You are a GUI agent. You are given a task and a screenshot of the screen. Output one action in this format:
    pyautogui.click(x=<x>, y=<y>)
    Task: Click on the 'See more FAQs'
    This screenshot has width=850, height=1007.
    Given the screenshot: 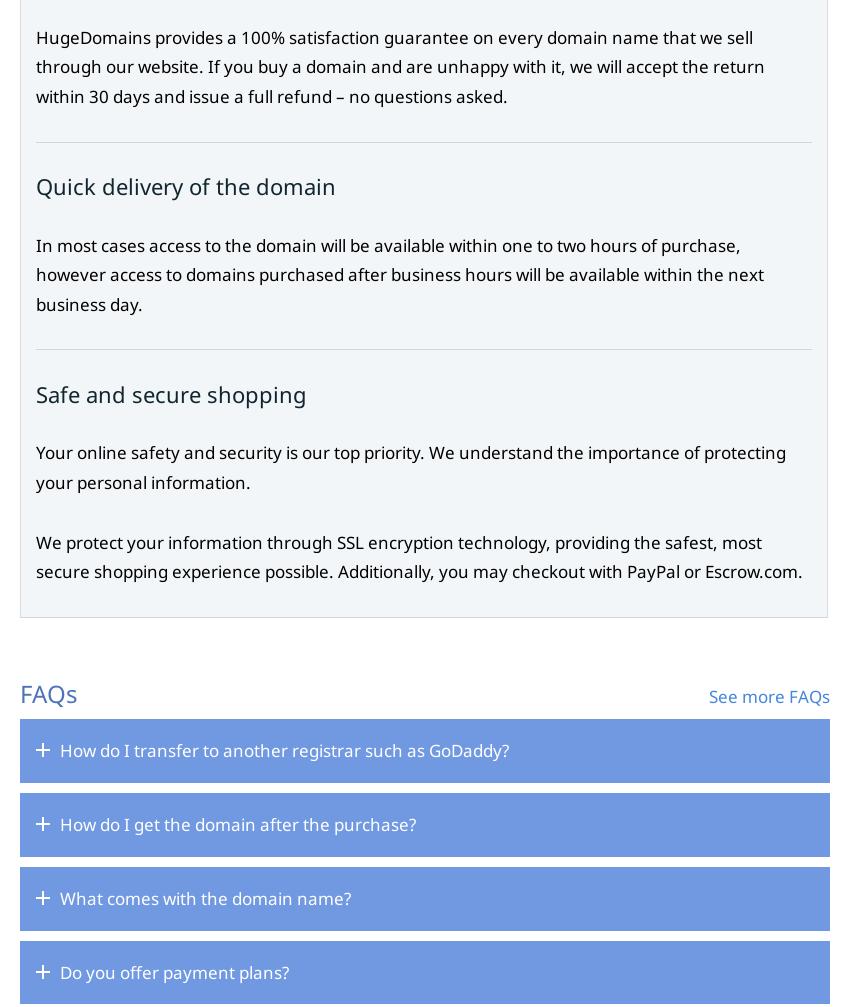 What is the action you would take?
    pyautogui.click(x=768, y=695)
    